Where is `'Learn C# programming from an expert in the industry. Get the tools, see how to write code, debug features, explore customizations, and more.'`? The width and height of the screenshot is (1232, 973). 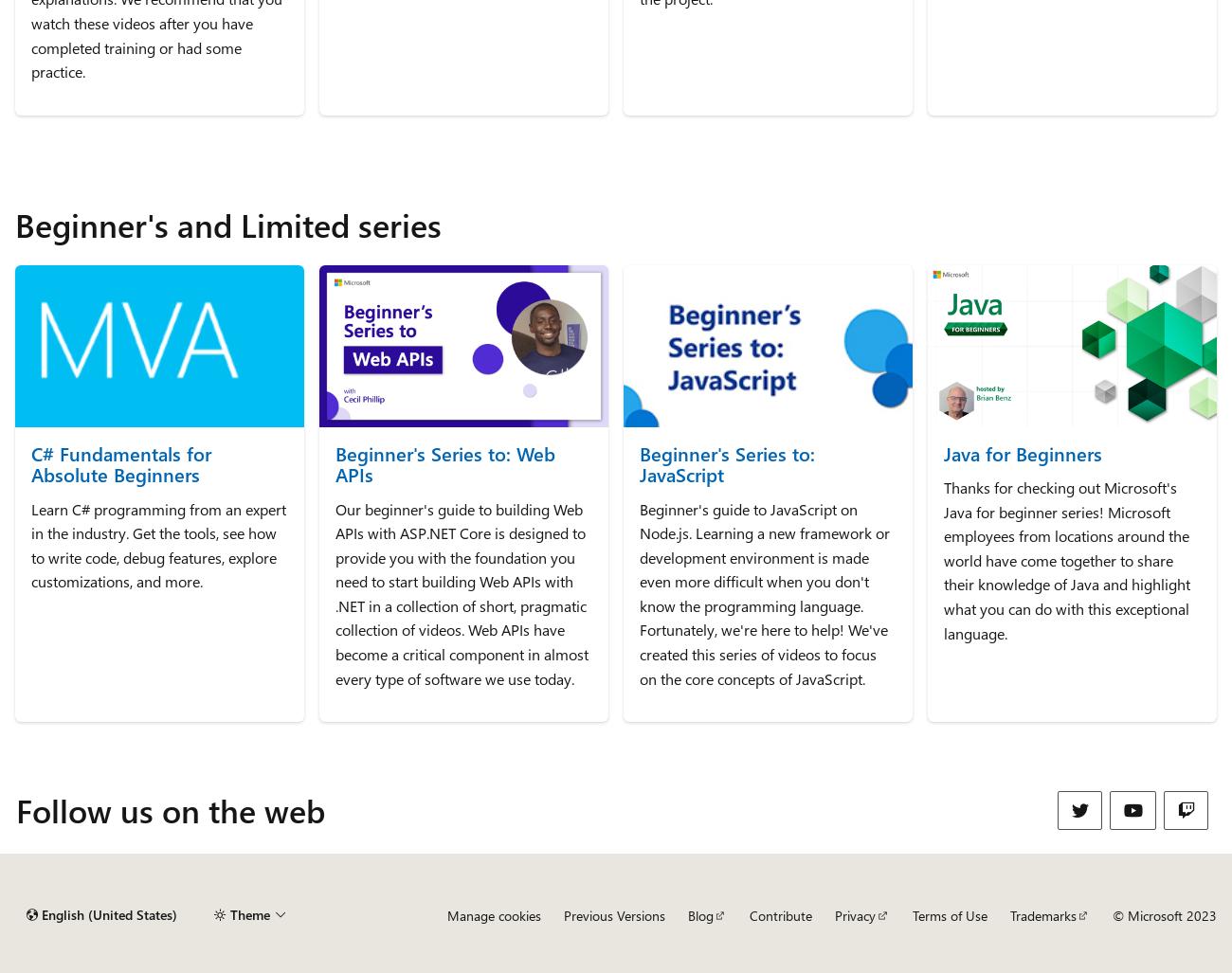
'Learn C# programming from an expert in the industry. Get the tools, see how to write code, debug features, explore customizations, and more.' is located at coordinates (30, 545).